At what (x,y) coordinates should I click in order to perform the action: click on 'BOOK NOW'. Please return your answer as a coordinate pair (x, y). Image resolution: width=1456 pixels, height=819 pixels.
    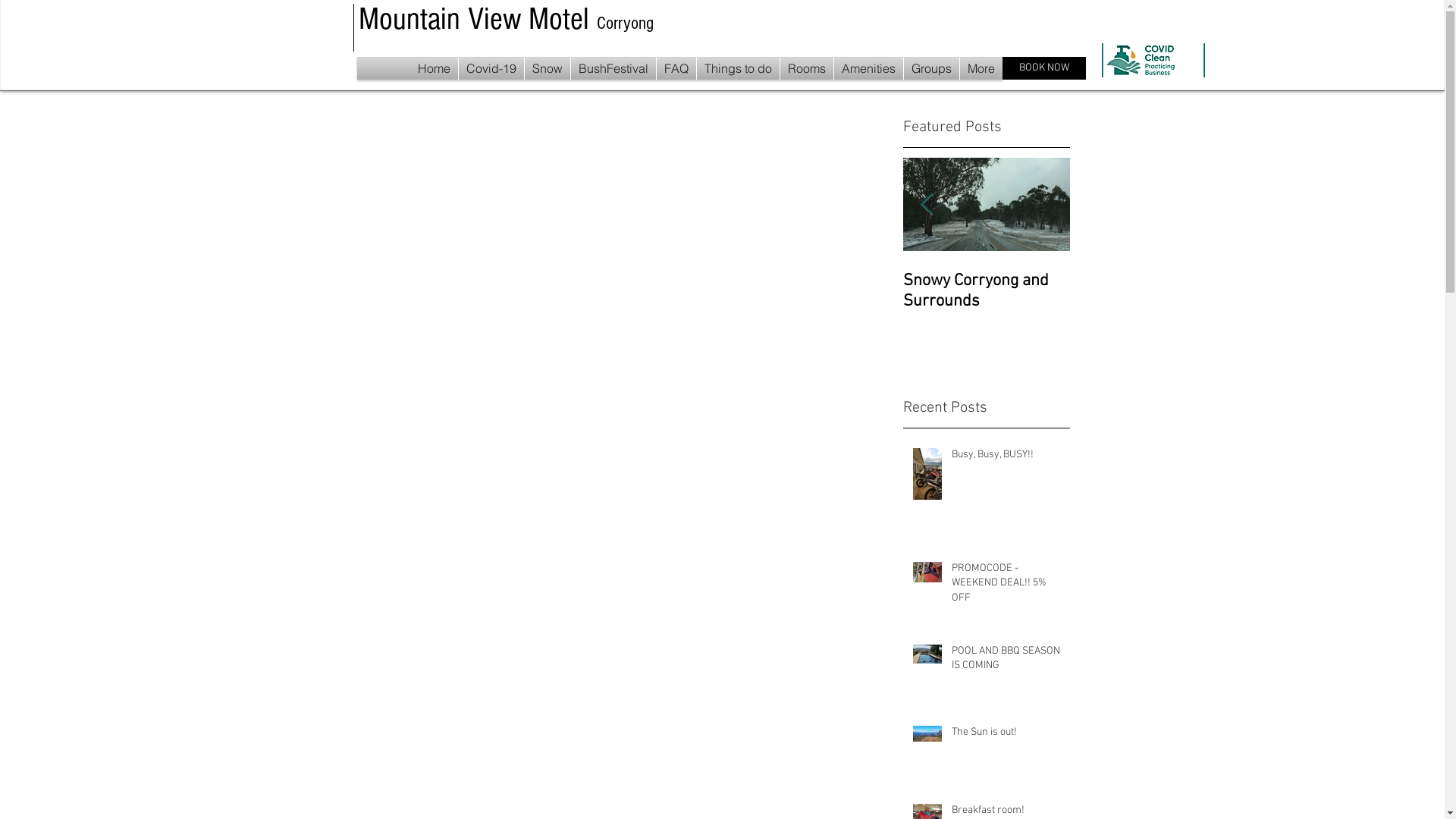
    Looking at the image, I should click on (1043, 67).